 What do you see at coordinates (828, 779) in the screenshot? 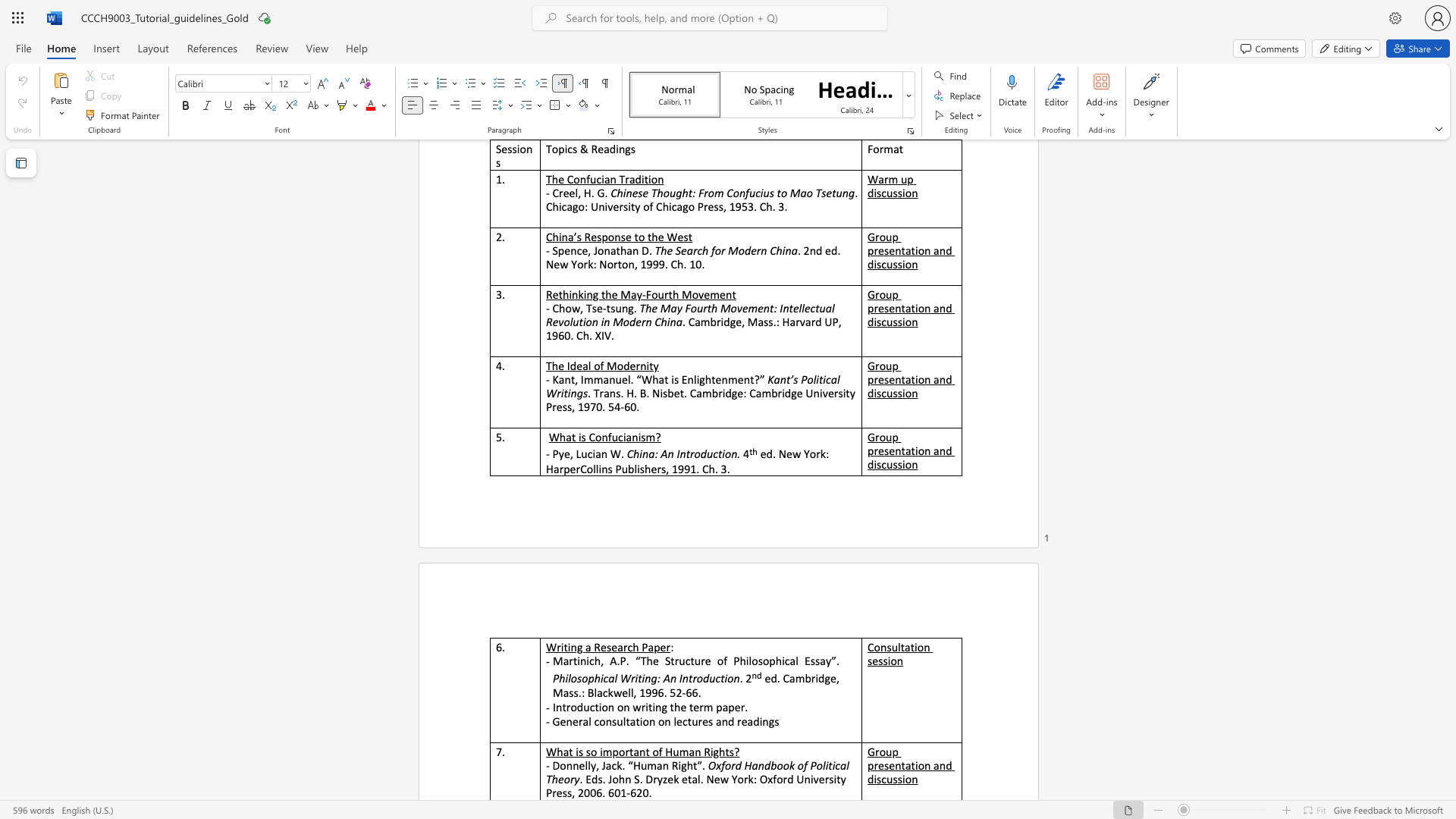
I see `the subset text "sity Press, 200" within the text ". Eds. John S. Dryzek etal. New York: Oxford University Press, 2006. 601-620."` at bounding box center [828, 779].